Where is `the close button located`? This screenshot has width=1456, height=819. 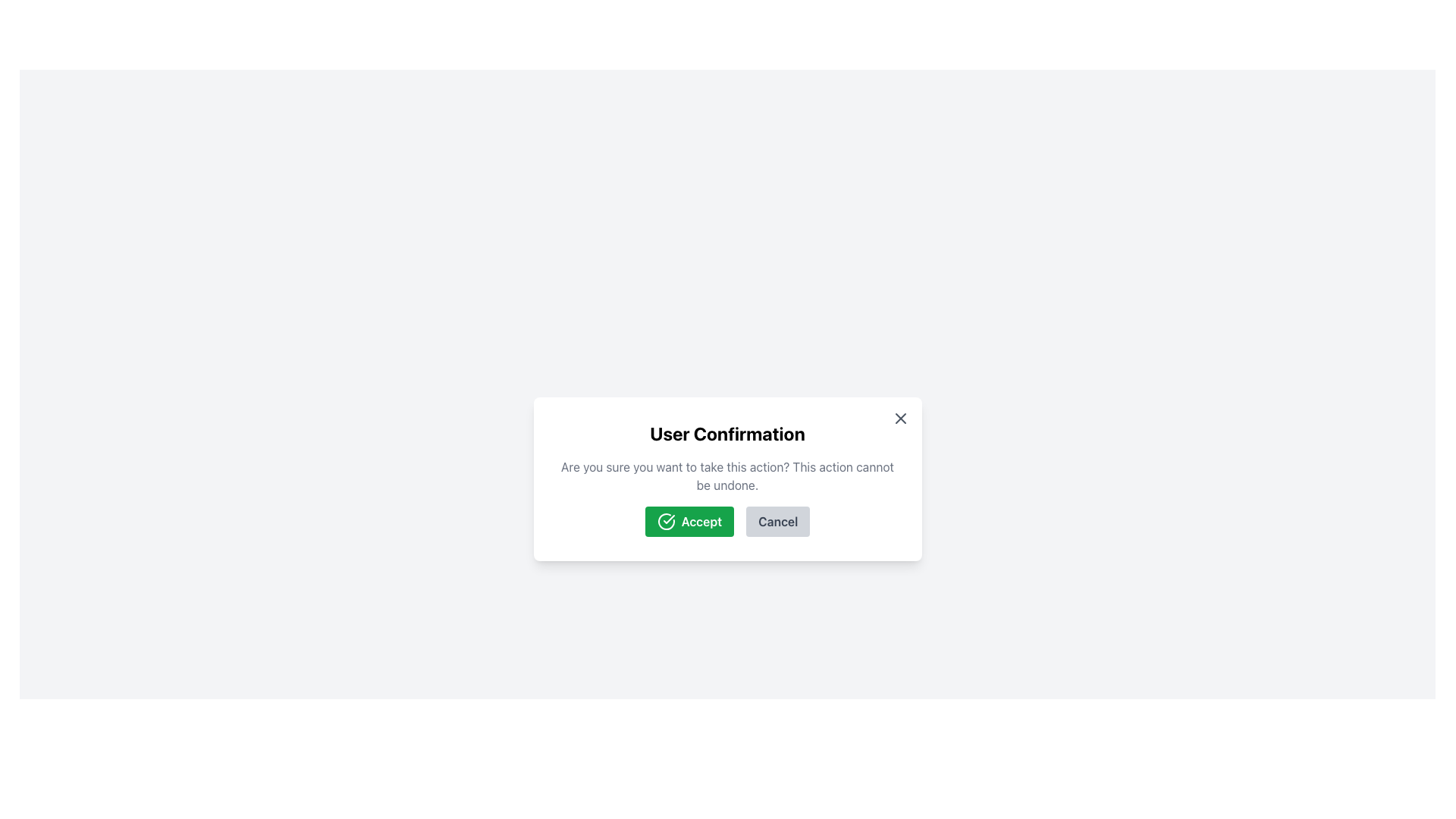
the close button located is located at coordinates (900, 418).